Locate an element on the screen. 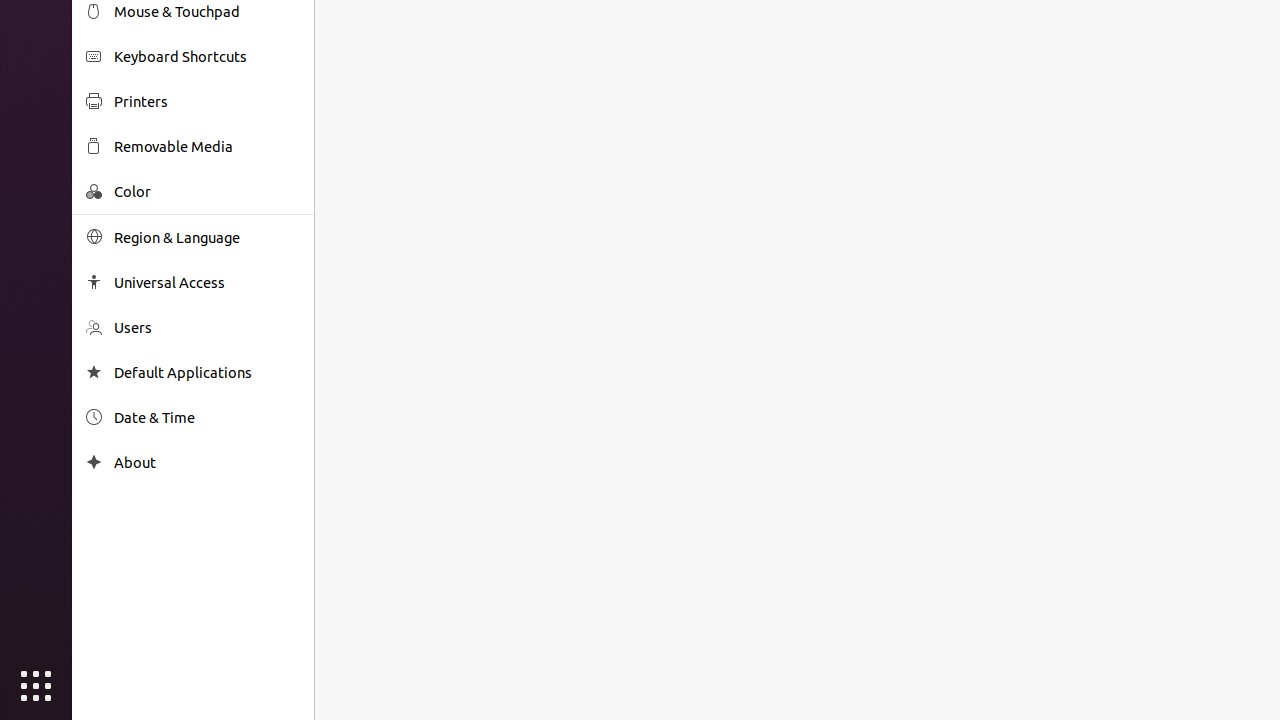  'Keyboard Shortcuts' is located at coordinates (206, 55).